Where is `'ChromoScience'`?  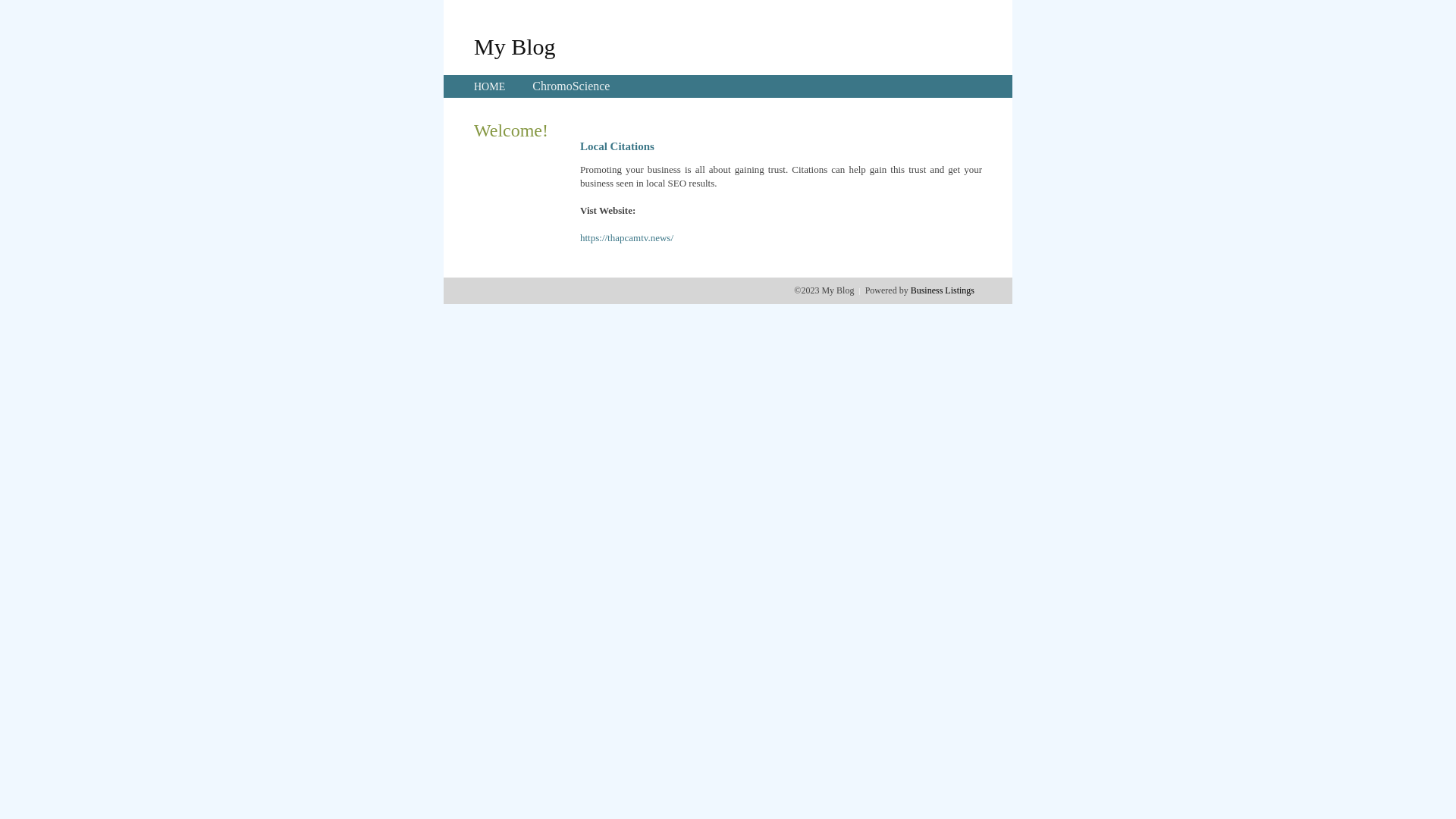
'ChromoScience' is located at coordinates (570, 86).